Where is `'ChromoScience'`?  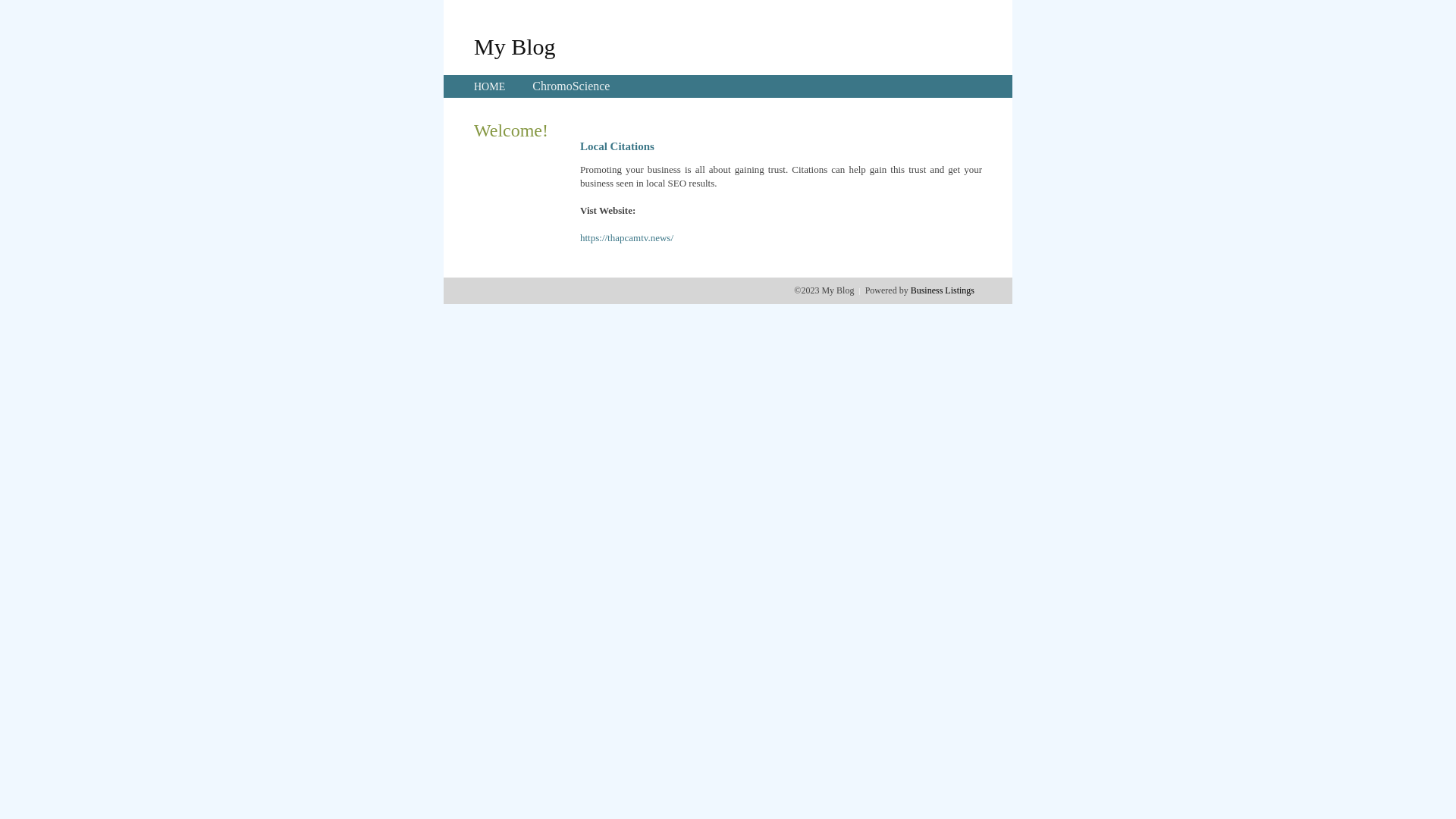
'ChromoScience' is located at coordinates (570, 86).